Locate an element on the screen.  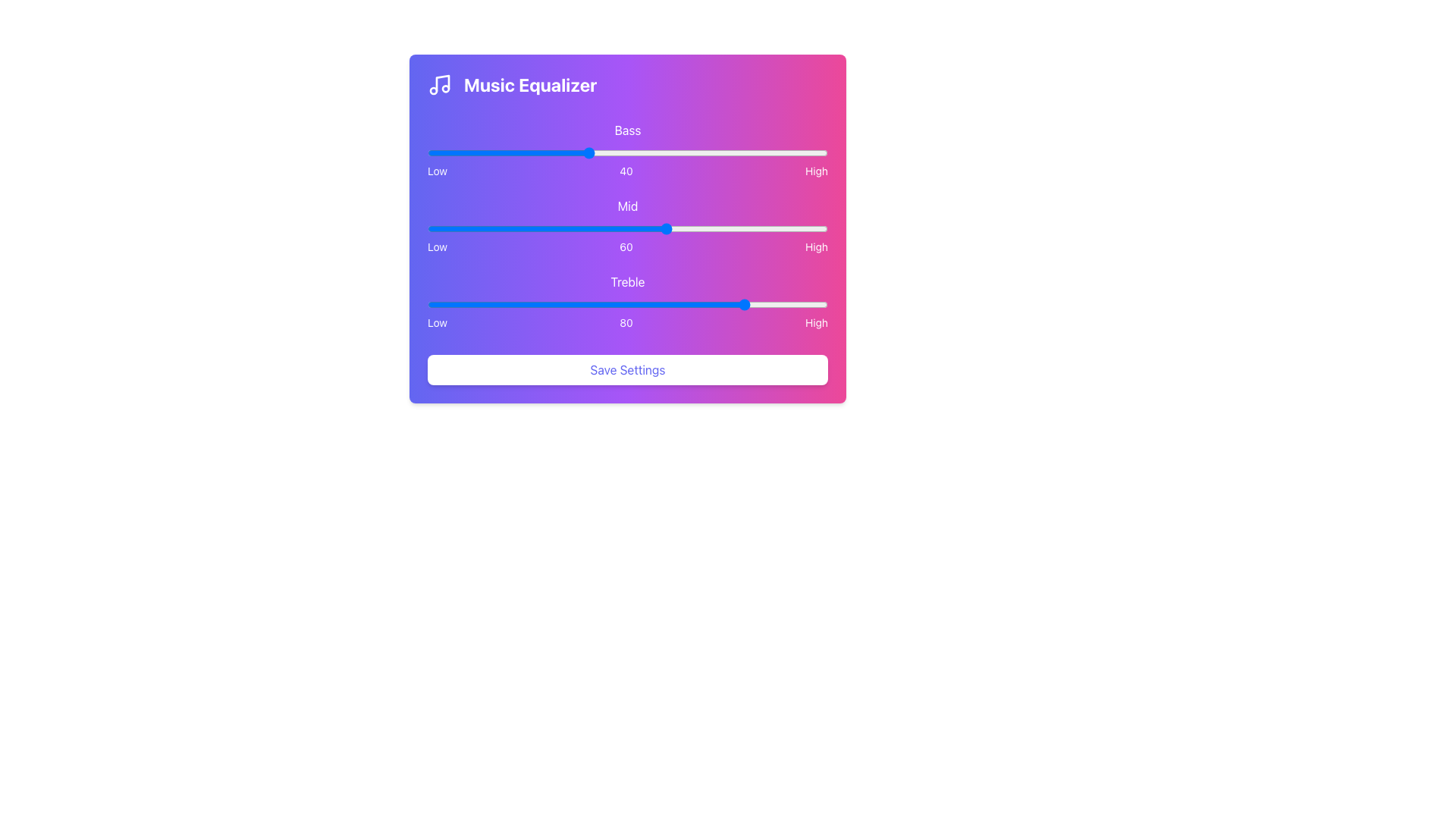
the static label indicating the upper limit of the slider's range, which is positioned at the rightmost end of the slider scale and follows the middle numeric value '60' is located at coordinates (815, 246).